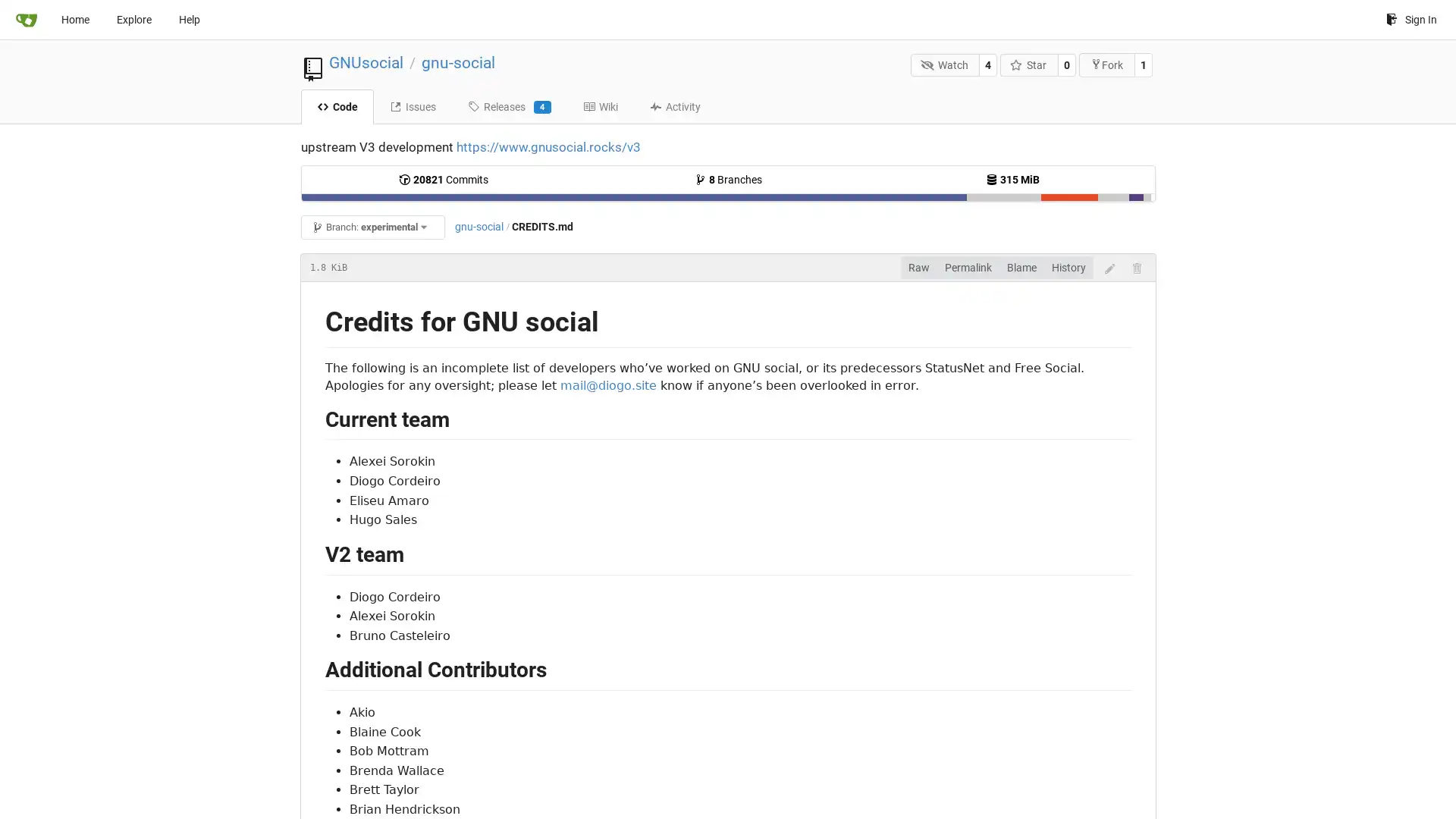 This screenshot has width=1456, height=819. Describe the element at coordinates (944, 64) in the screenshot. I see `Watch` at that location.